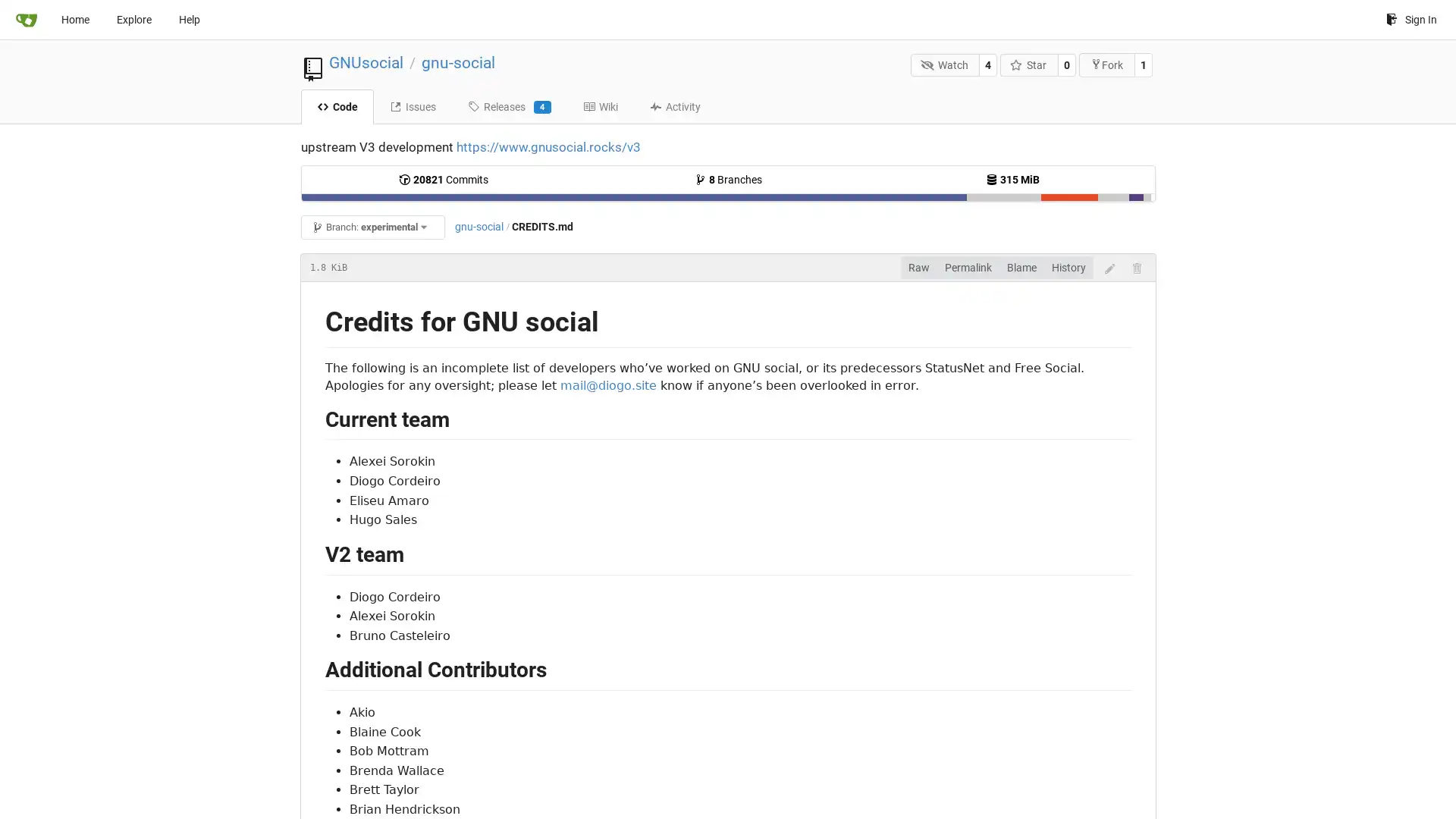 This screenshot has width=1456, height=819. Describe the element at coordinates (944, 64) in the screenshot. I see `Watch` at that location.